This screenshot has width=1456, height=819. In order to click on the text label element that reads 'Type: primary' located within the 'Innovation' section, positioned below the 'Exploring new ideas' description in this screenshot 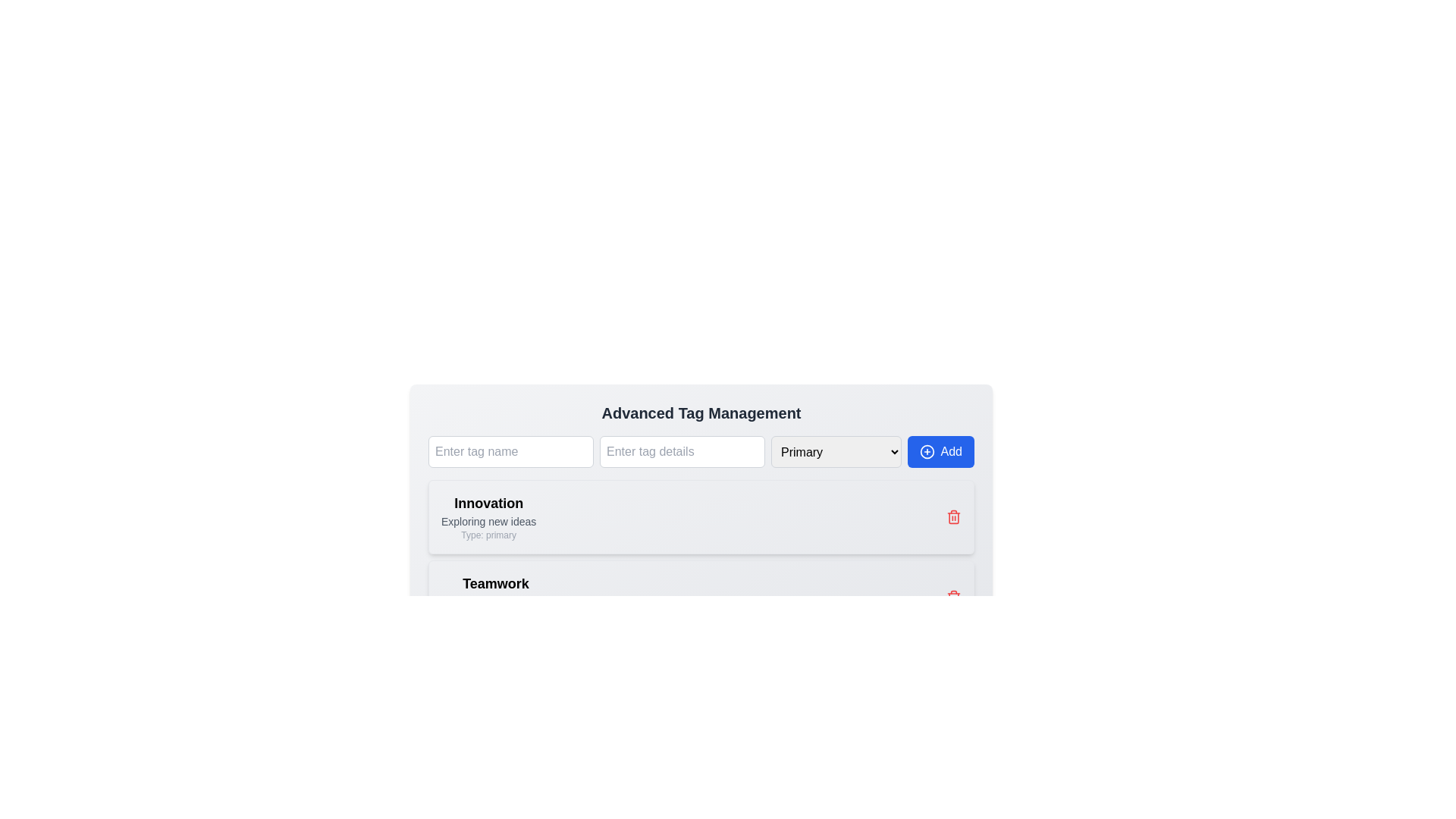, I will do `click(488, 534)`.